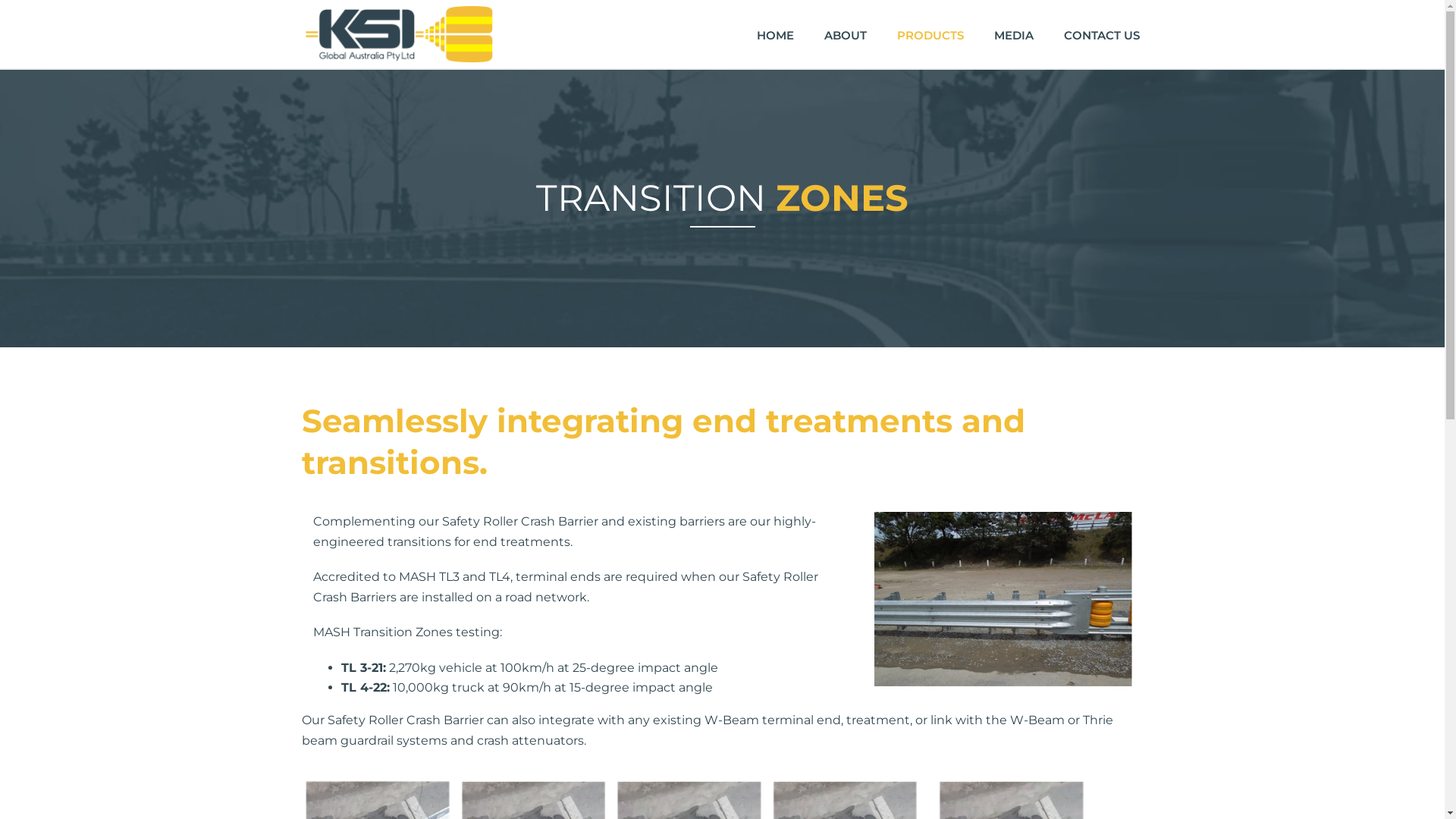 The height and width of the screenshot is (819, 1456). I want to click on 'transition-img1.1', so click(1002, 598).